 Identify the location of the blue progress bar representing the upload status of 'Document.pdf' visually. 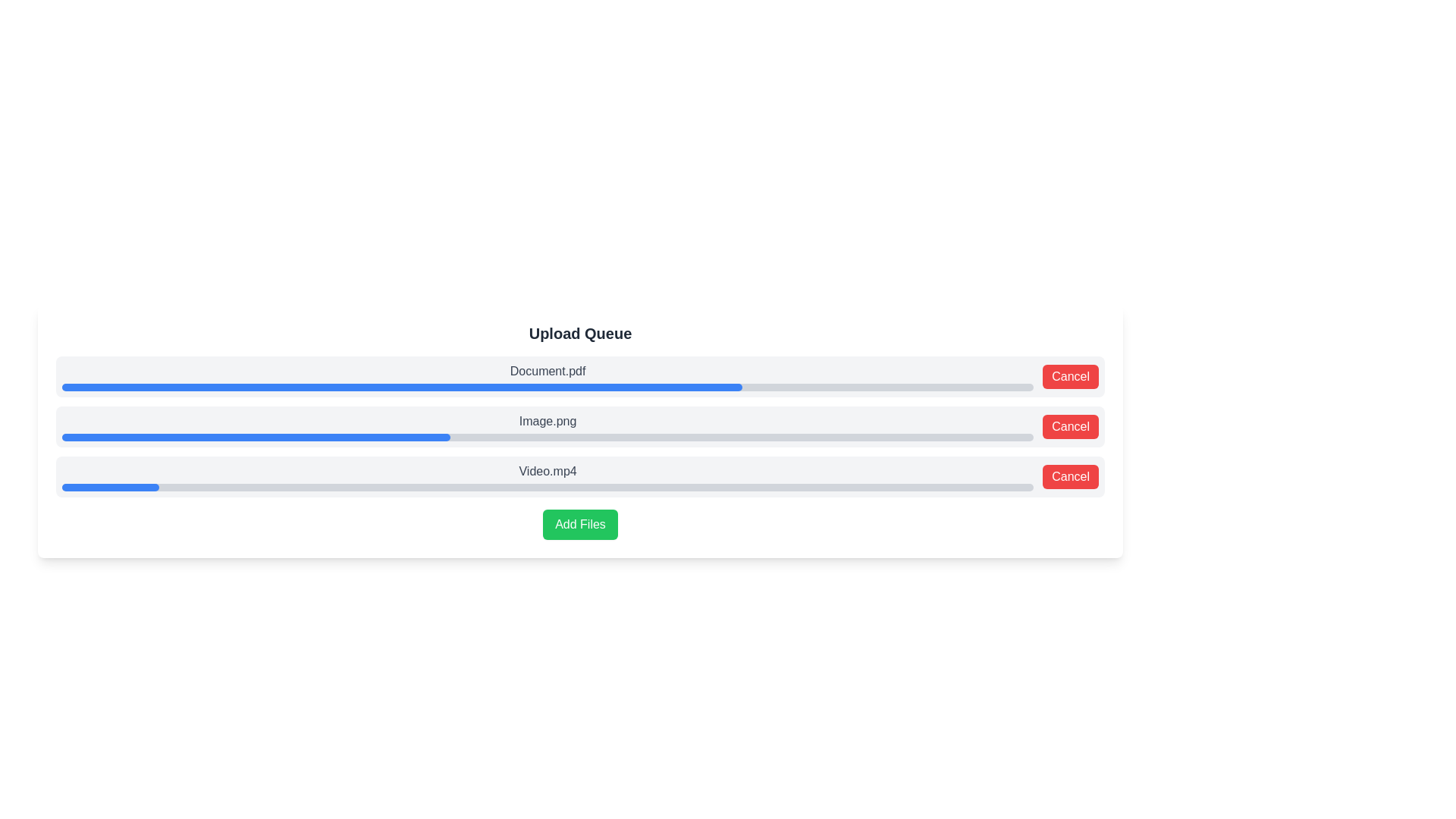
(402, 386).